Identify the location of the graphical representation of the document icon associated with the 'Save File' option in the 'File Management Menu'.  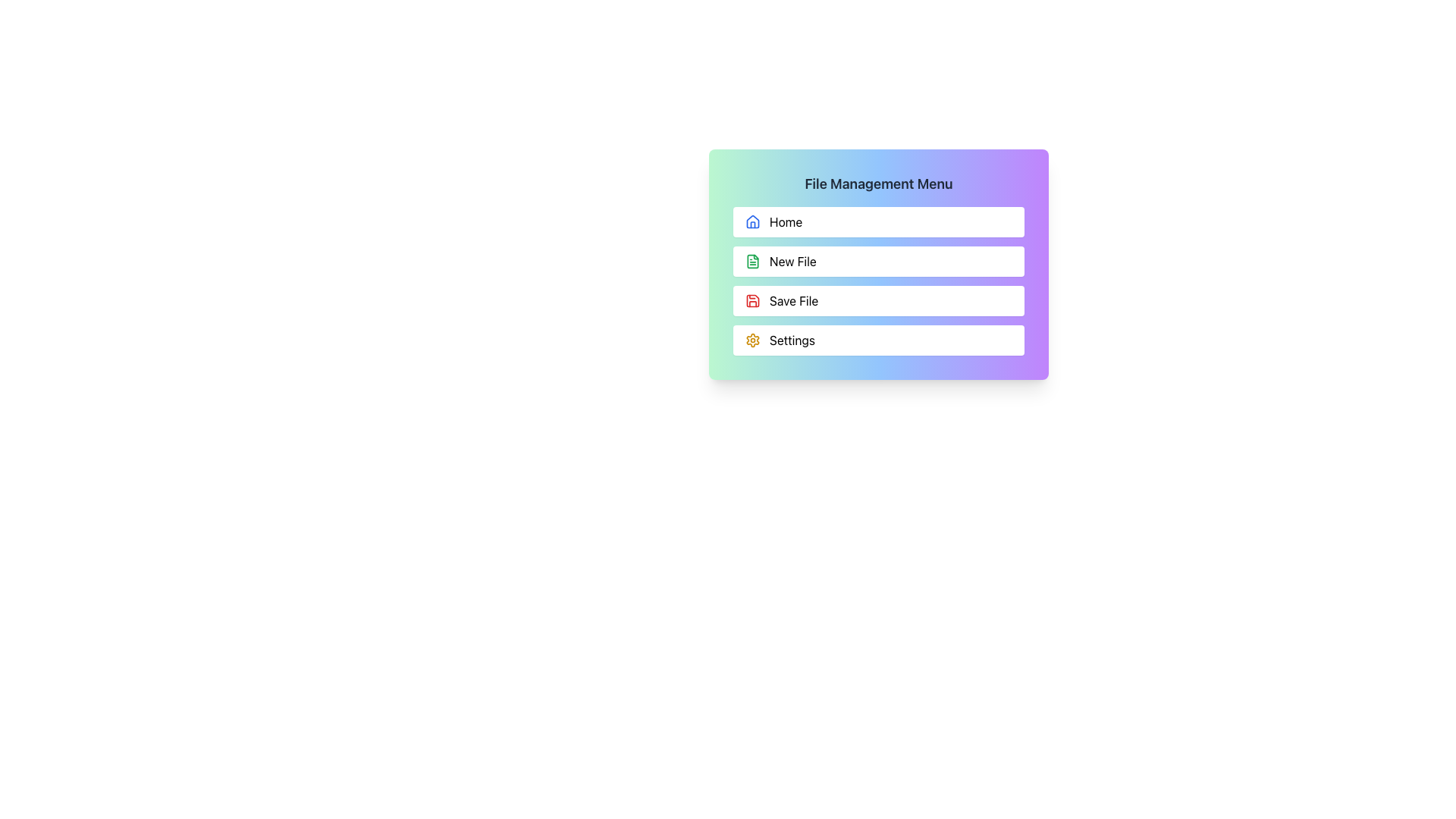
(753, 260).